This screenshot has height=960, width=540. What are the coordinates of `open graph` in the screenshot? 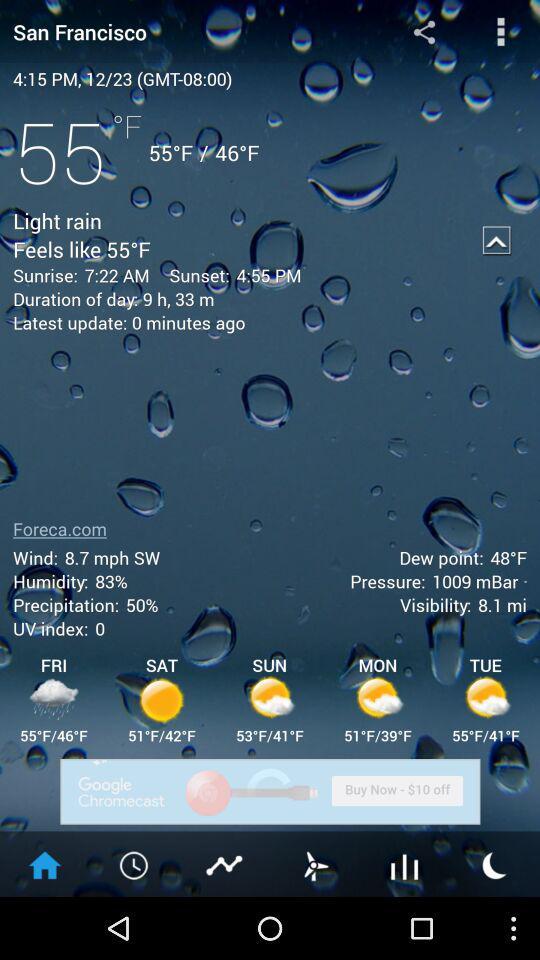 It's located at (405, 863).